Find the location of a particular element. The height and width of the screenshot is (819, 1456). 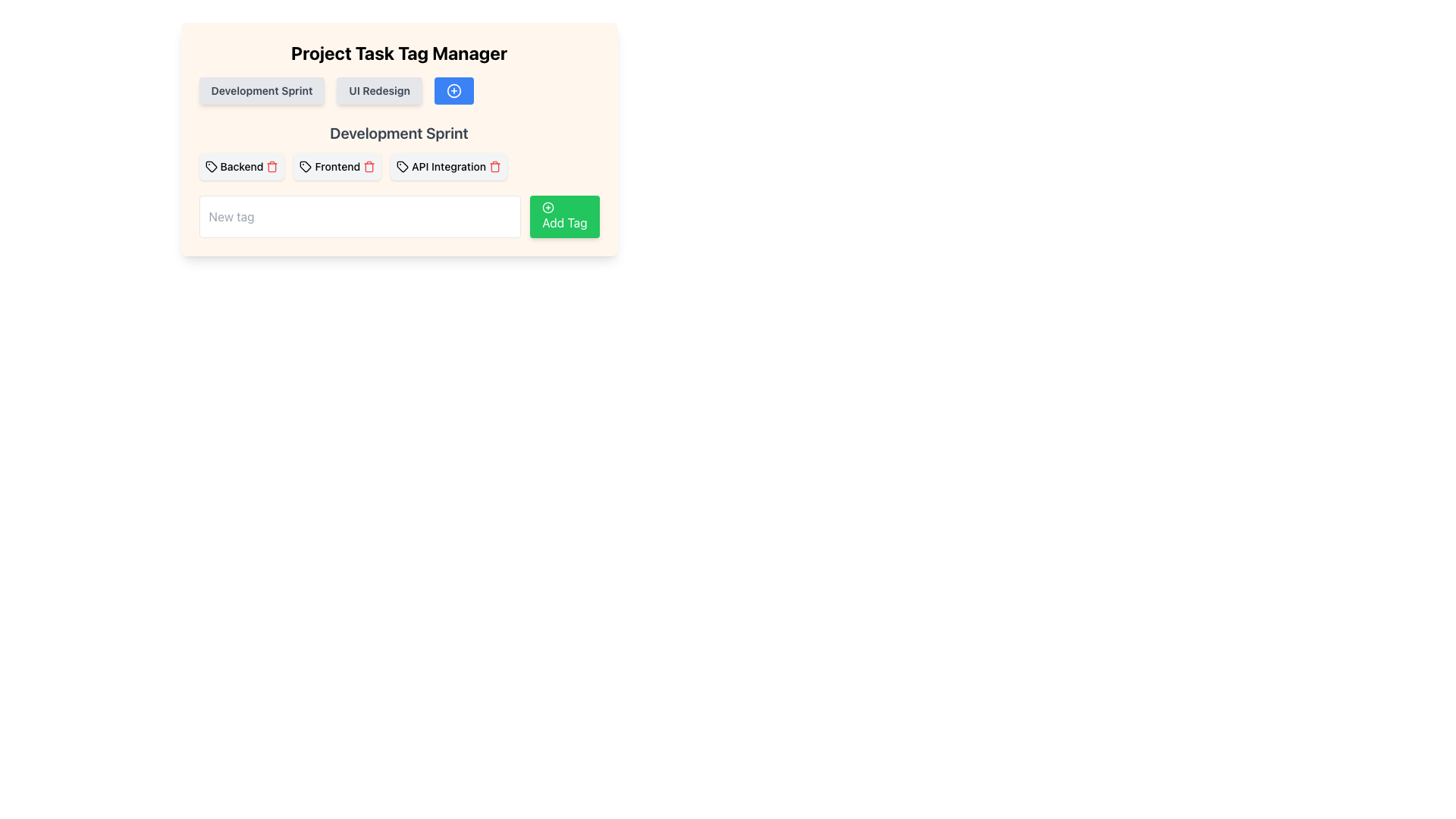

the delete button of the tag element in the 'Development Sprint' section for visual feedback is located at coordinates (399, 166).